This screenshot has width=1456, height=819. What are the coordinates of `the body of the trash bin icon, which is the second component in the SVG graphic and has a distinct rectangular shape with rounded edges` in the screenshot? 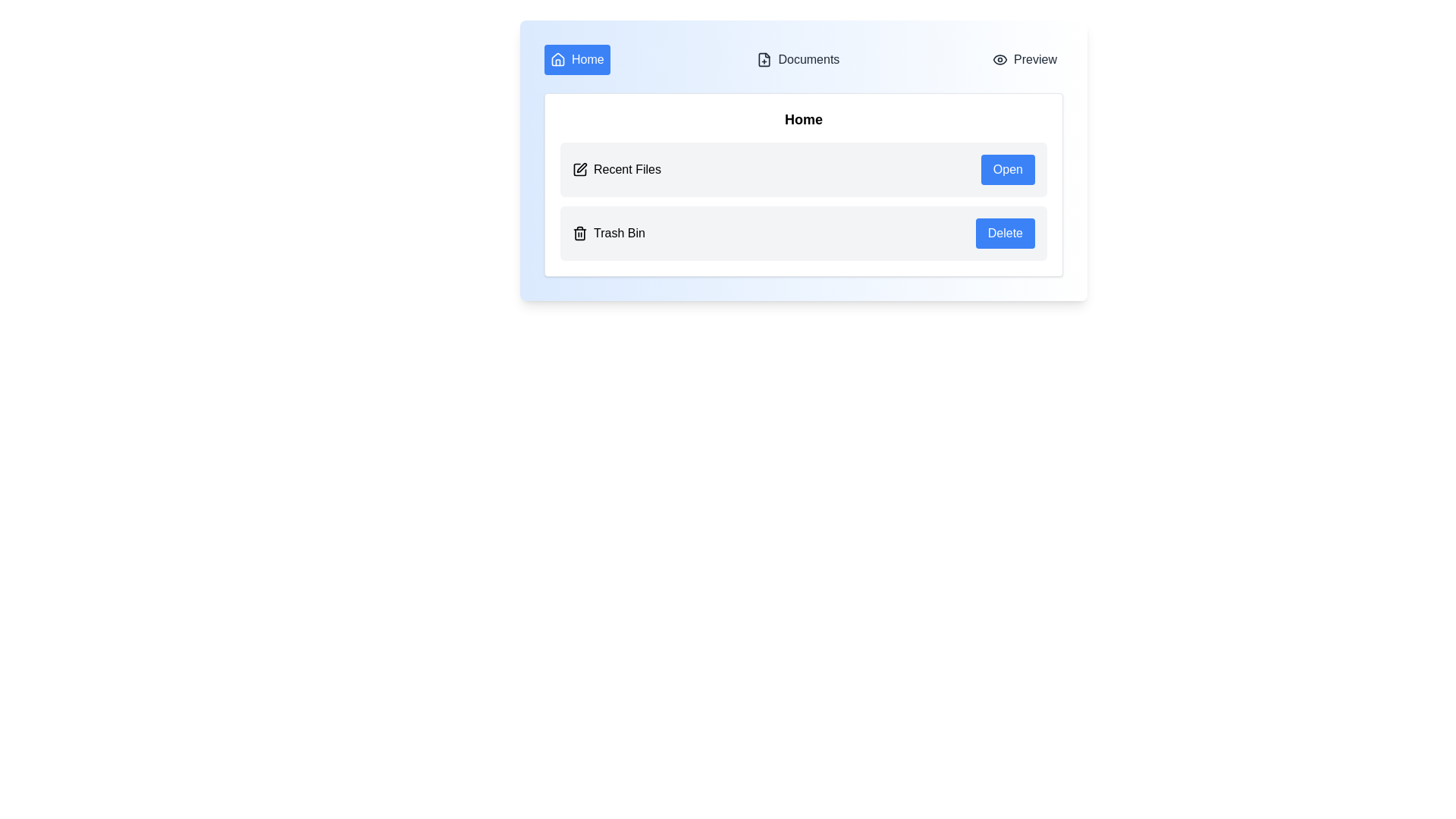 It's located at (579, 234).